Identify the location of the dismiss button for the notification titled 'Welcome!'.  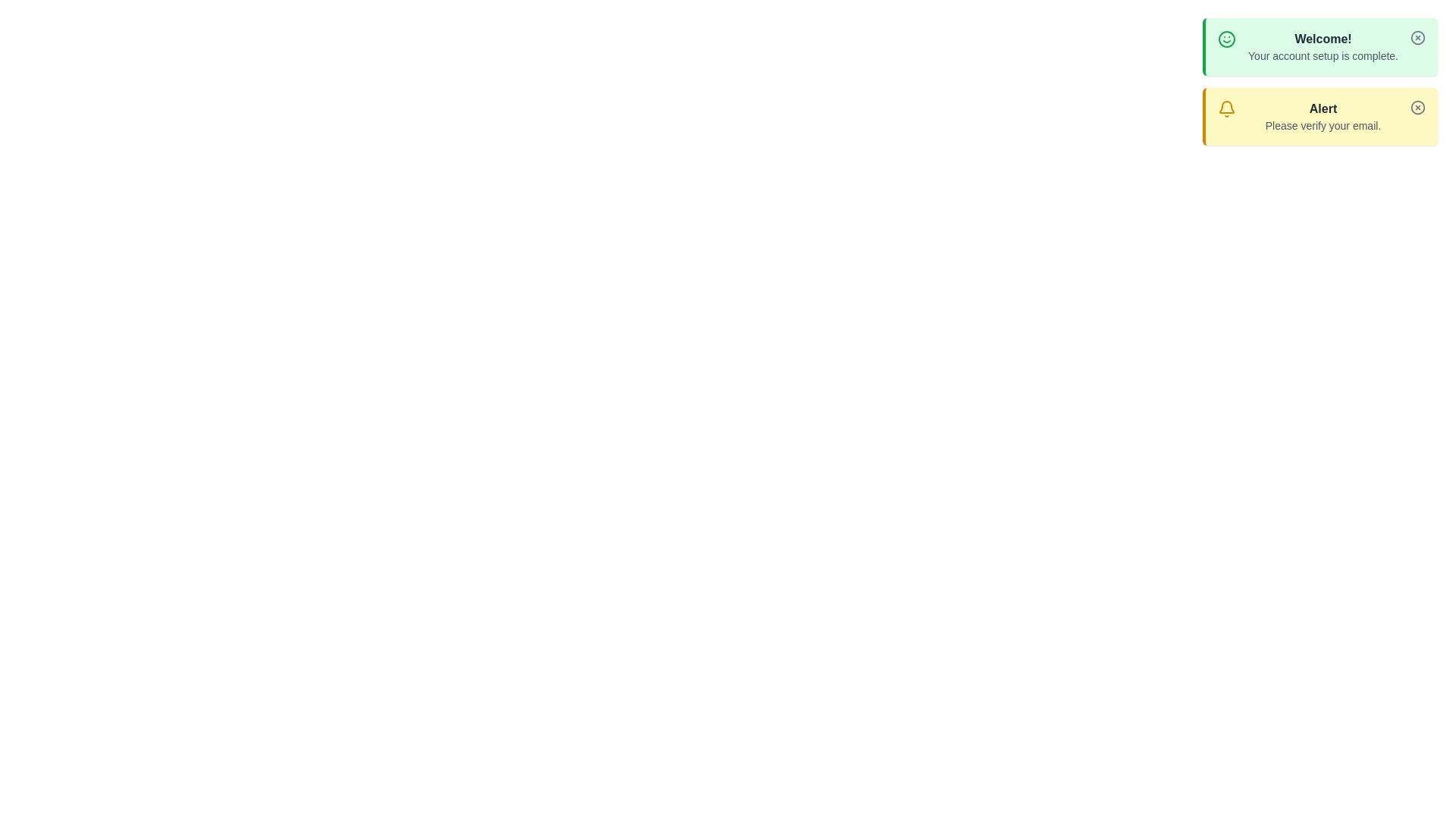
(1417, 37).